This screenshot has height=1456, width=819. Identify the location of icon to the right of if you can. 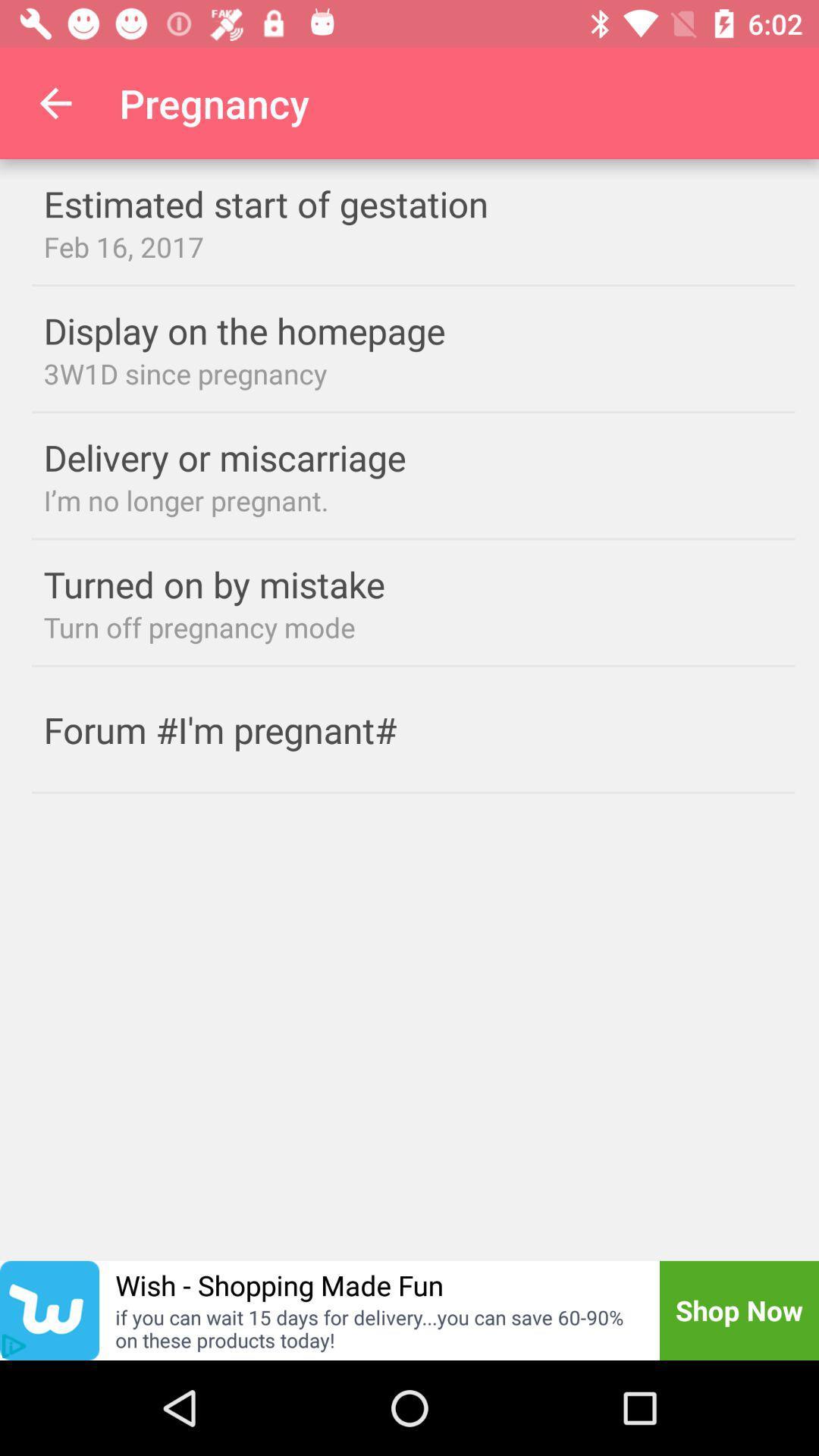
(739, 1310).